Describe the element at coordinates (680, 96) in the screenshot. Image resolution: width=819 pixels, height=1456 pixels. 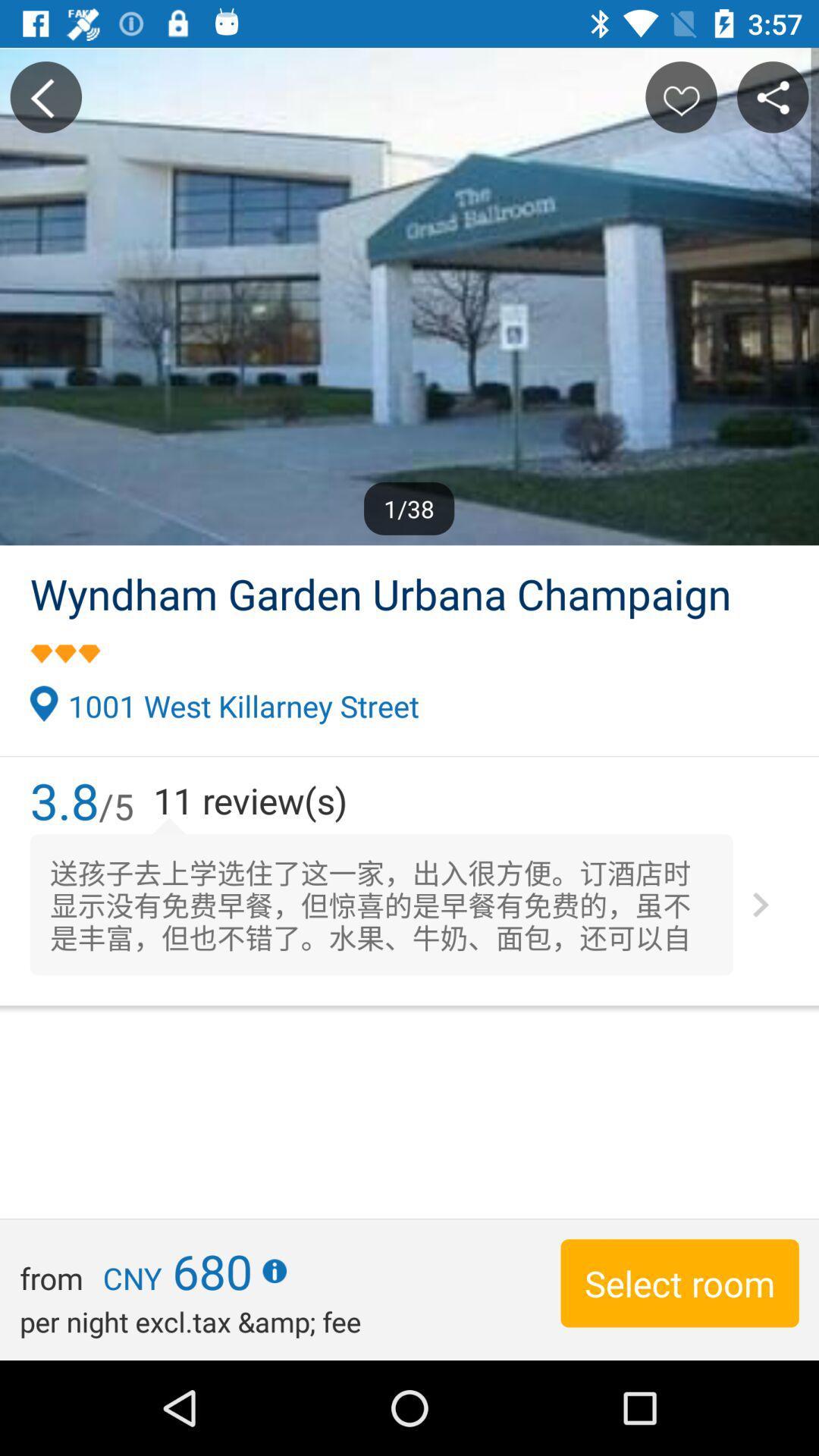
I see `the favorite icon` at that location.